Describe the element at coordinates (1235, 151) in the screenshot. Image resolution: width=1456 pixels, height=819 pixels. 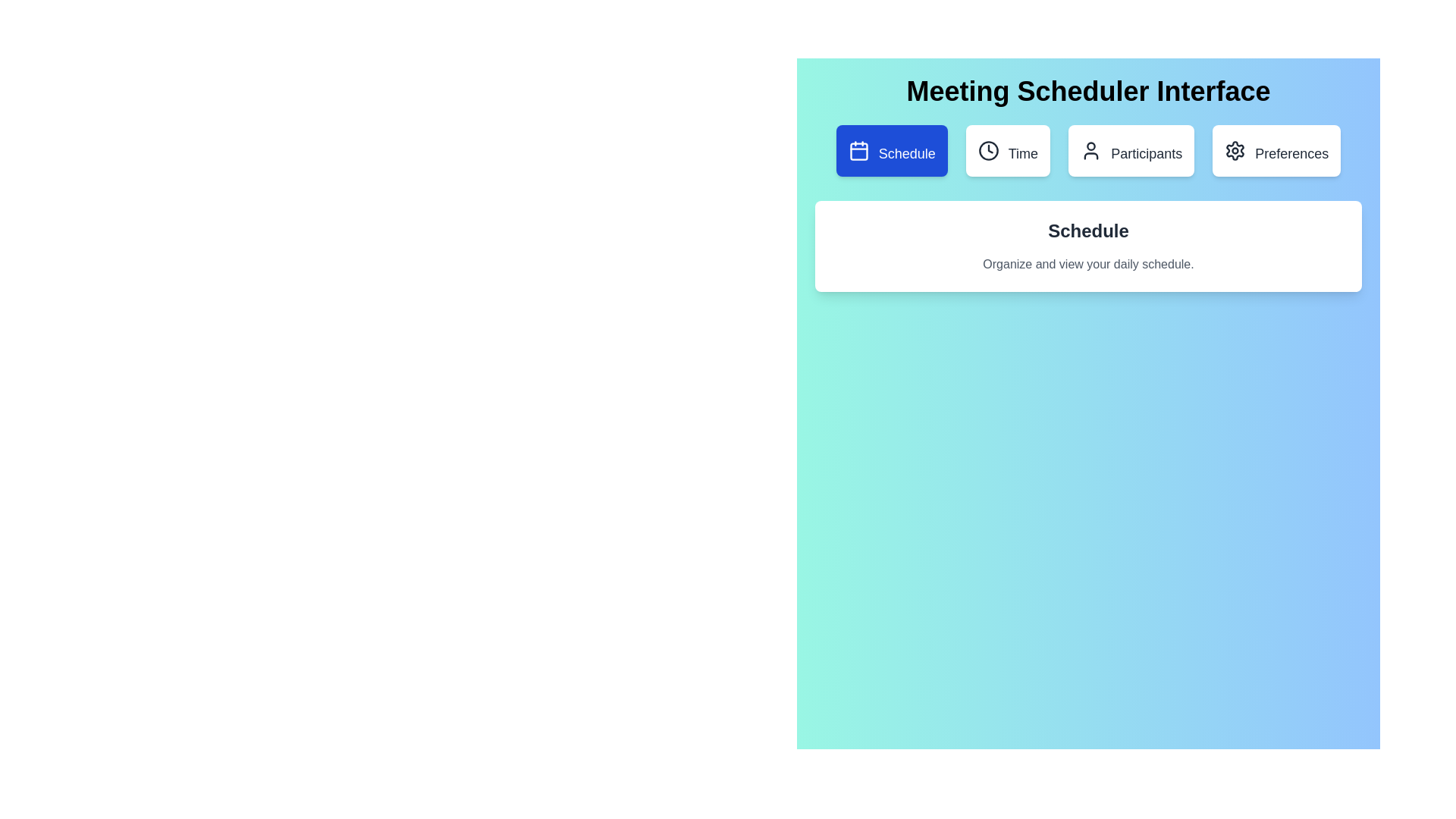
I see `the 'Preferences' icon located towards the right side of the interface` at that location.